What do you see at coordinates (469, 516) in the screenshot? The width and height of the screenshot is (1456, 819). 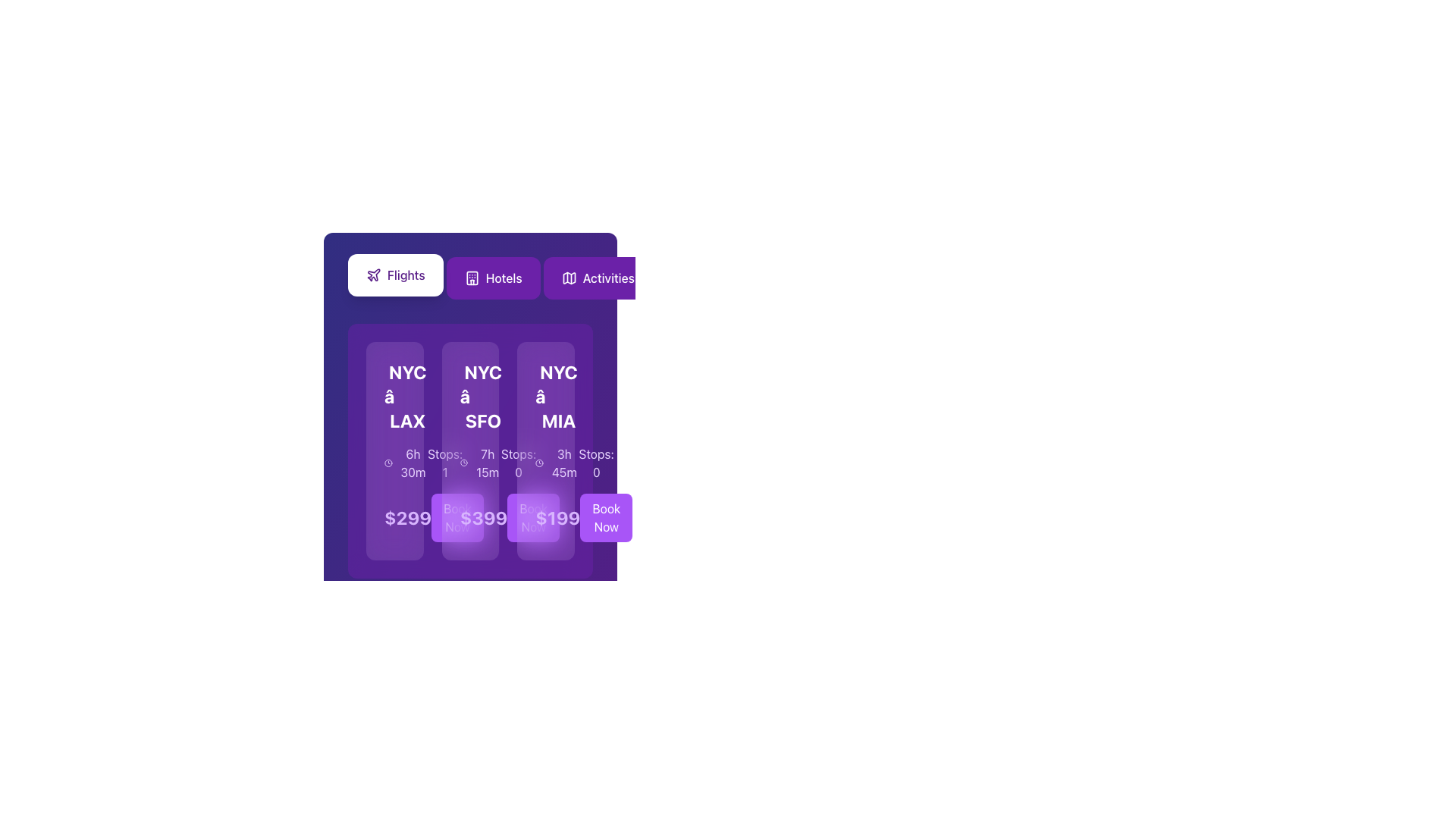 I see `the 'Book Now' button in the NYC to SFO flight card, which is a rectangular button with white text on a purple background, located below the large, bold text stating '$399'` at bounding box center [469, 516].